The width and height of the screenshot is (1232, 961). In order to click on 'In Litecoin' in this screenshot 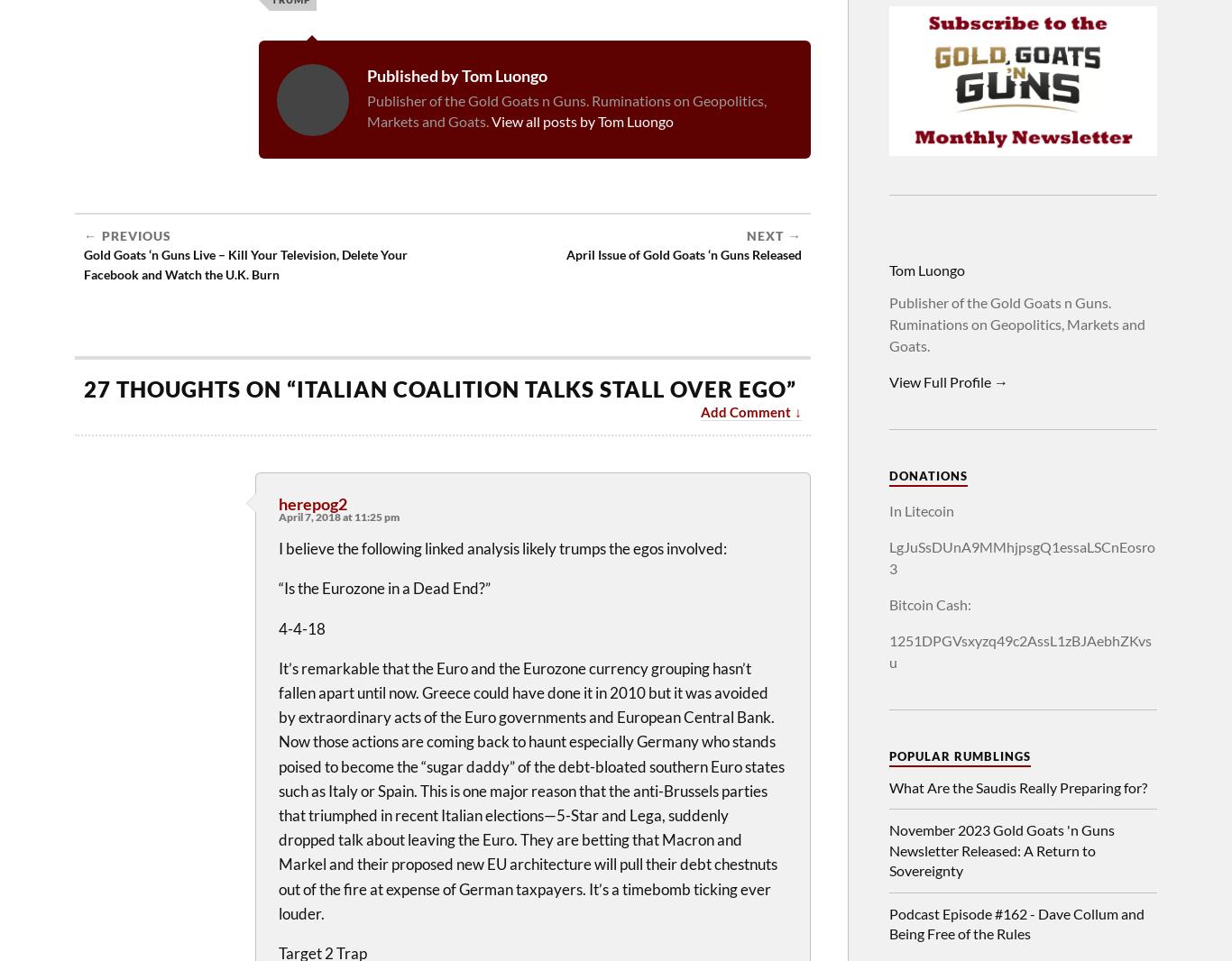, I will do `click(922, 509)`.